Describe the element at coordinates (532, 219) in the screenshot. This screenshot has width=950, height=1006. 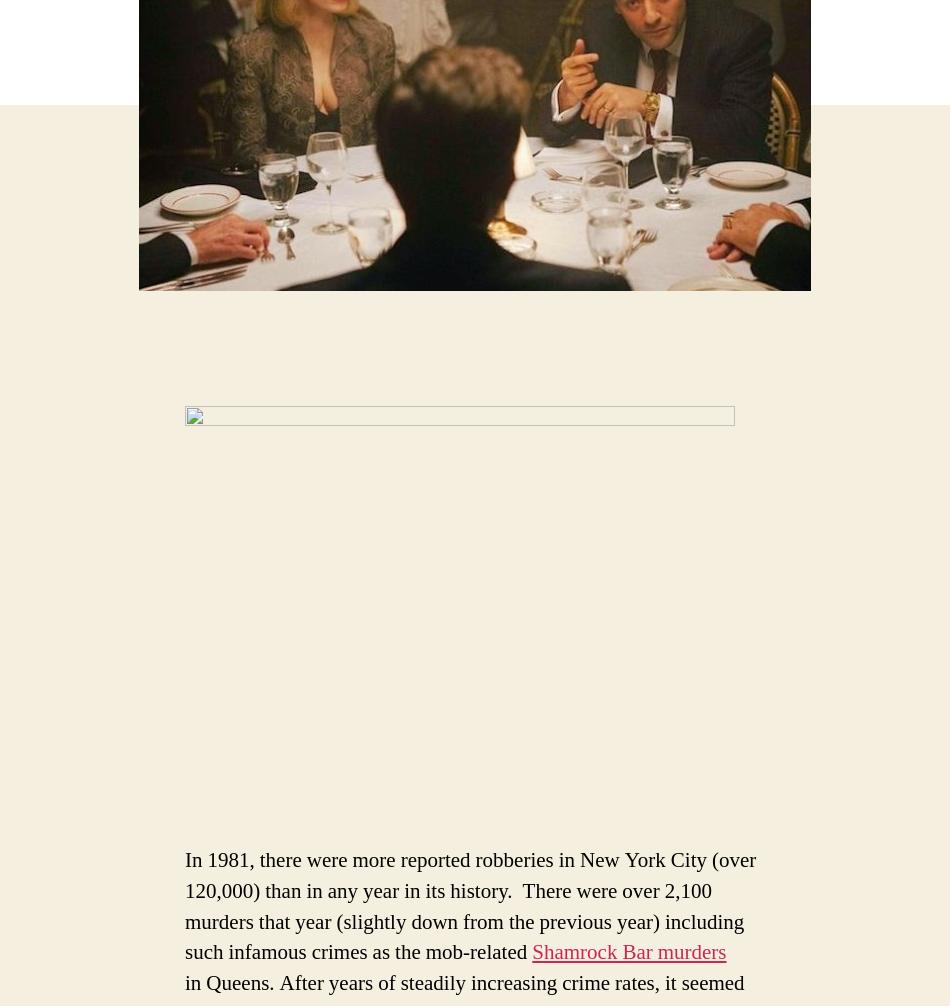
I see `'recent podcast episodes here'` at that location.